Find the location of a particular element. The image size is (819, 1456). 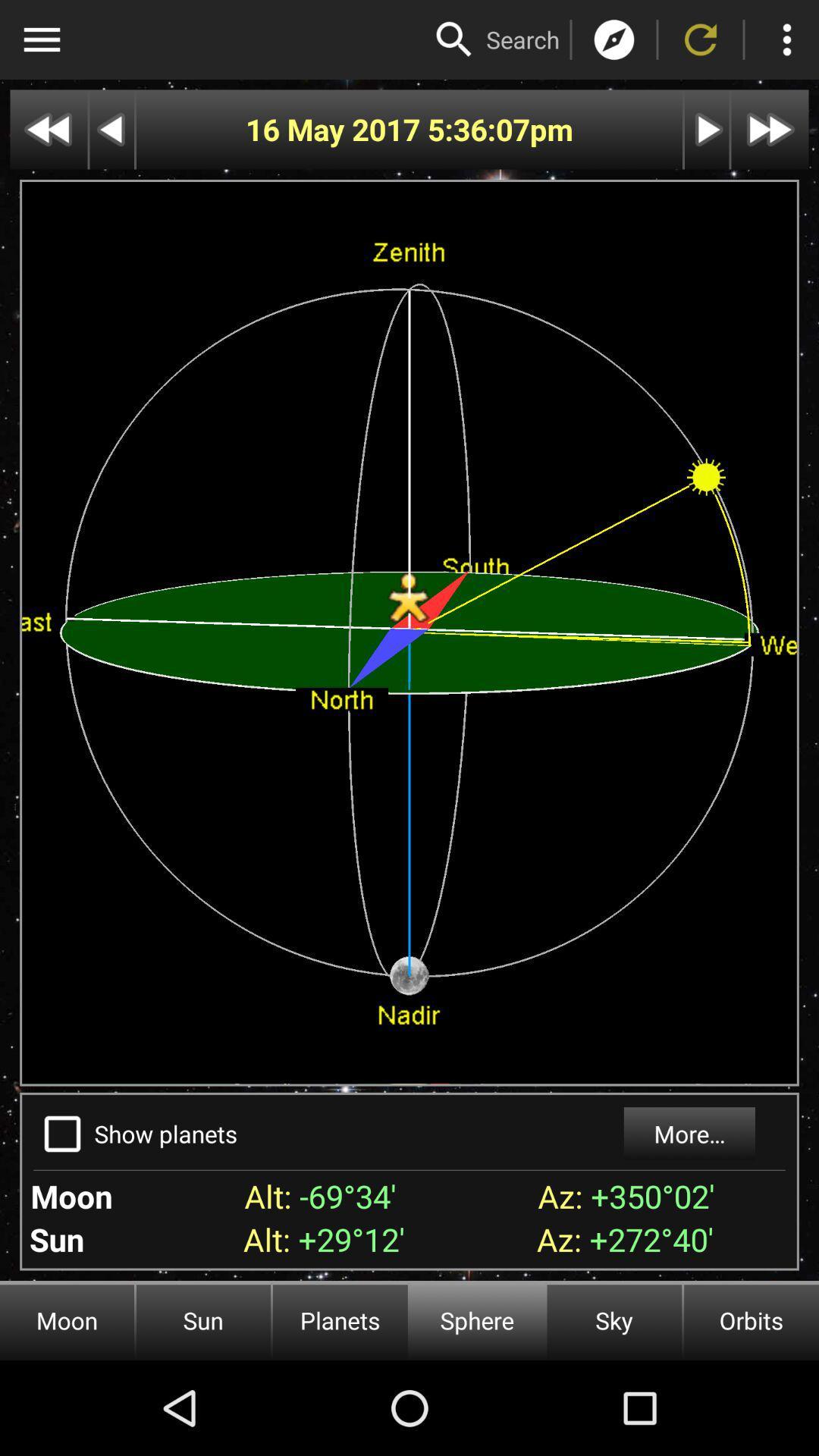

go settings is located at coordinates (41, 39).